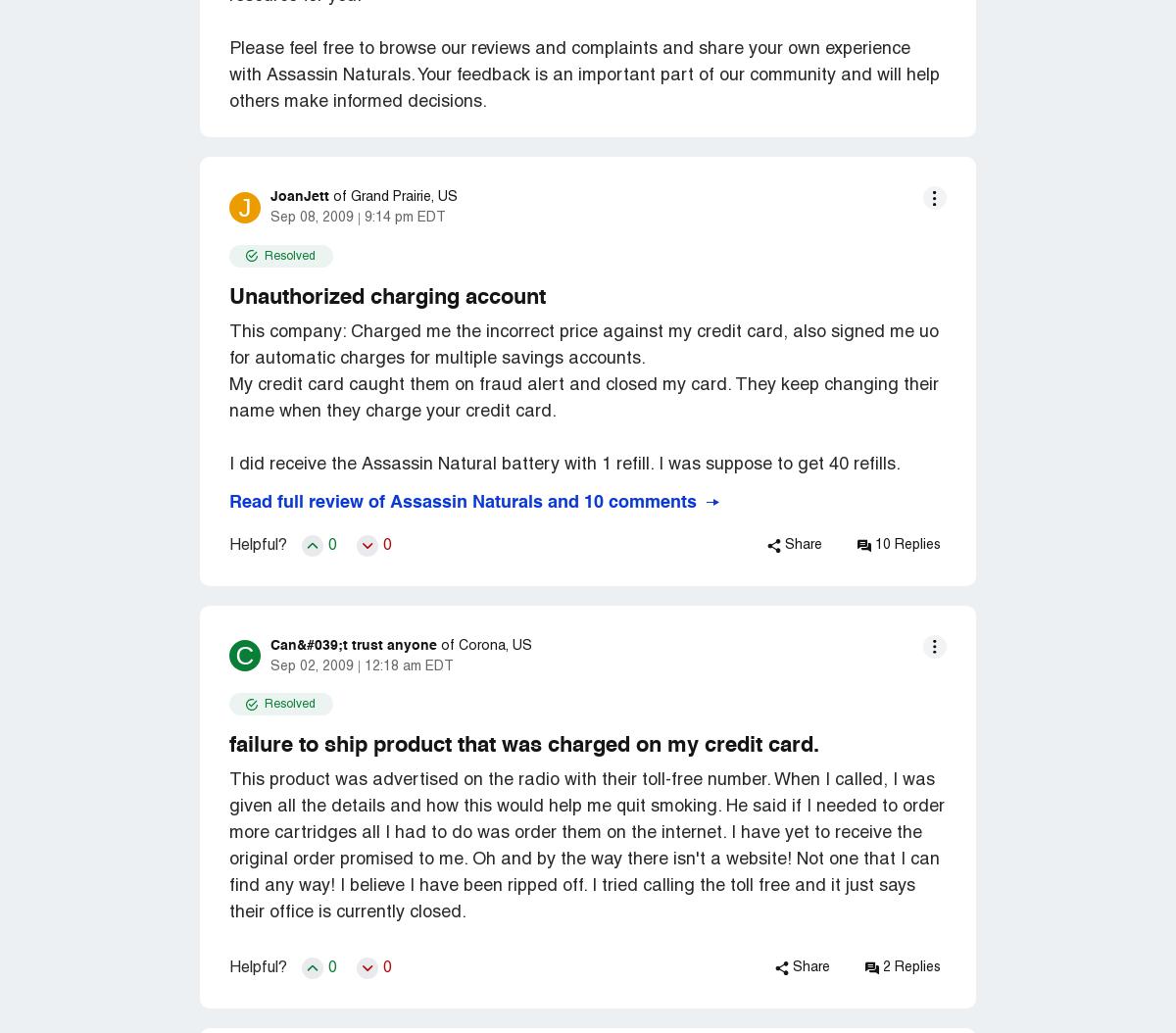 This screenshot has height=1033, width=1176. I want to click on 'Unlimited Vacation Club', so click(646, 26).